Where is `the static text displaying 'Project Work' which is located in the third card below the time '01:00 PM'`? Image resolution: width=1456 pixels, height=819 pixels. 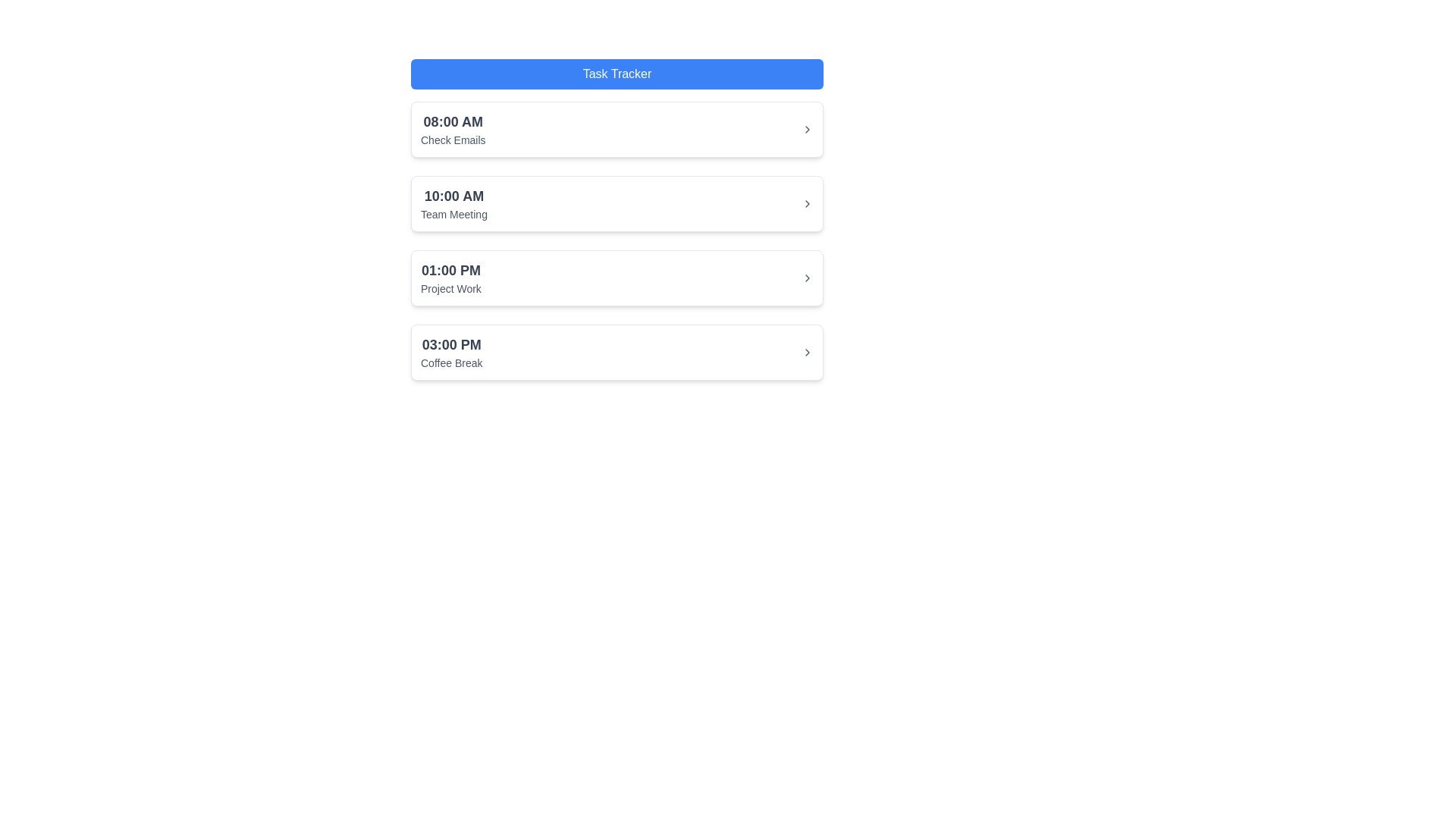
the static text displaying 'Project Work' which is located in the third card below the time '01:00 PM' is located at coordinates (450, 289).